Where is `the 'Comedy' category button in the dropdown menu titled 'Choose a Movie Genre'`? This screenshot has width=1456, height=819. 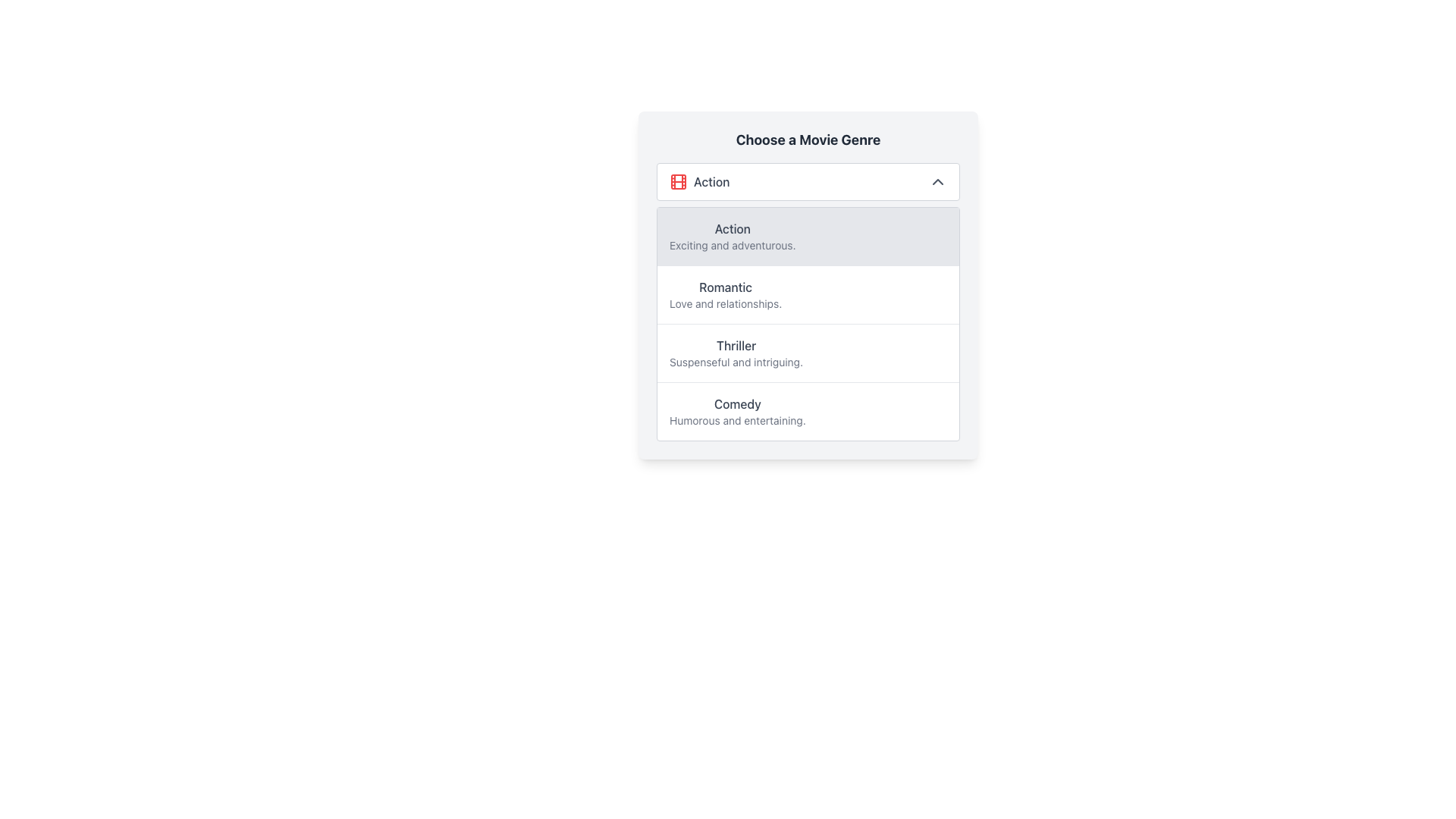
the 'Comedy' category button in the dropdown menu titled 'Choose a Movie Genre' is located at coordinates (807, 411).